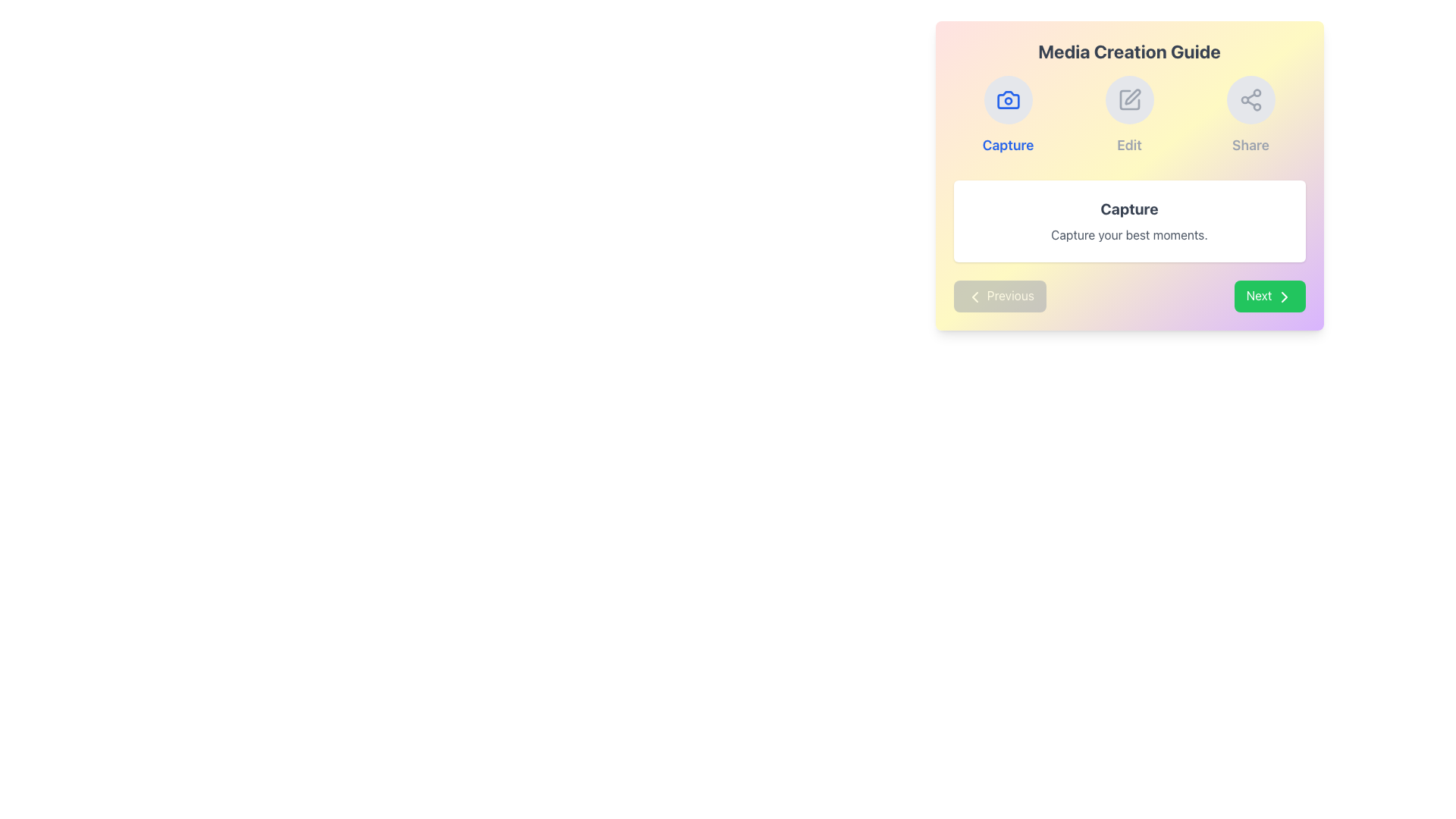 The width and height of the screenshot is (1456, 819). What do you see at coordinates (1129, 99) in the screenshot?
I see `the 'Edit' icon button located at the top of the 'Media Creation Guide' section` at bounding box center [1129, 99].